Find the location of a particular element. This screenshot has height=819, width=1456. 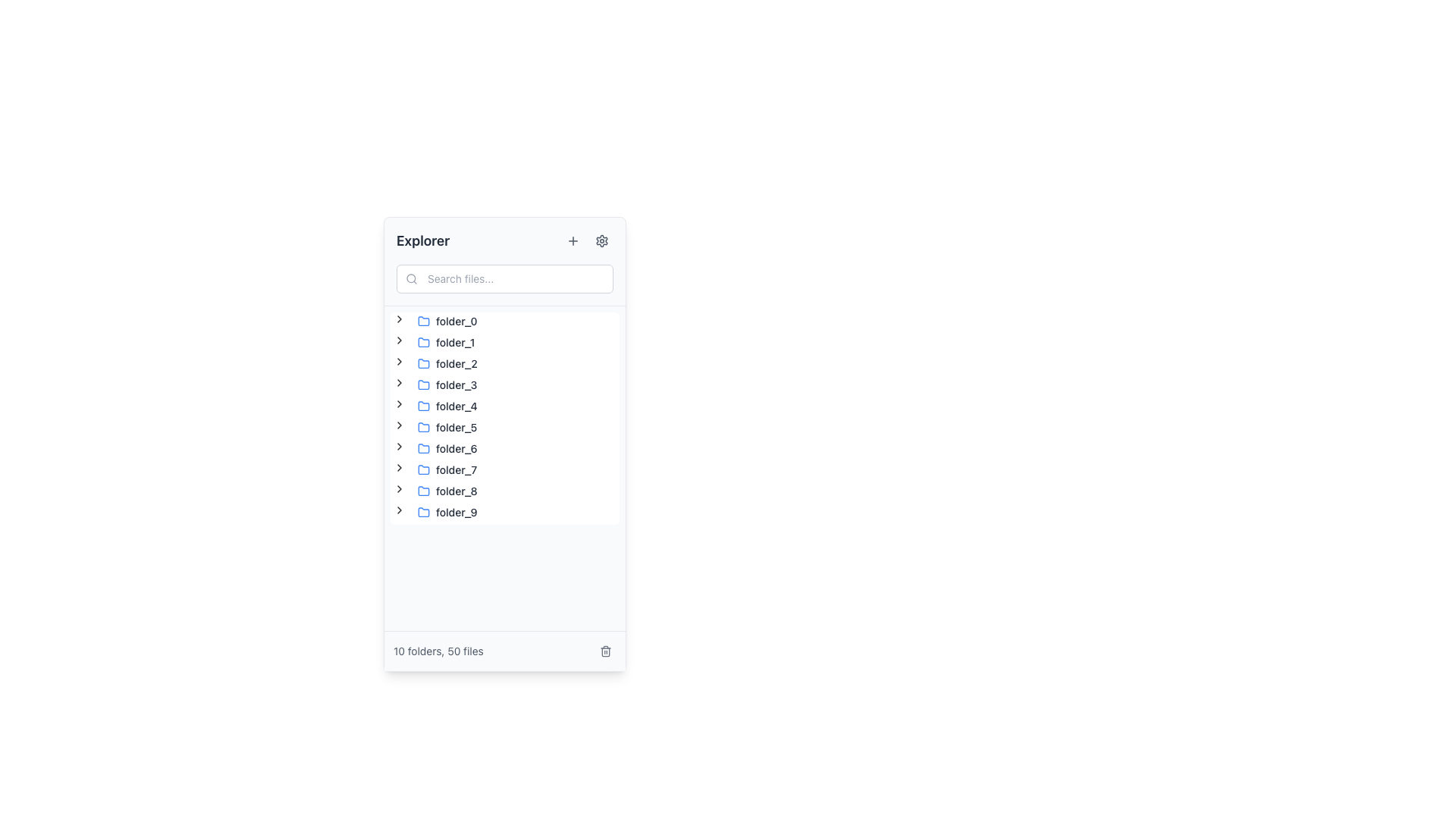

the triangular icon button adjacent to the label 'folder_9' is located at coordinates (400, 512).